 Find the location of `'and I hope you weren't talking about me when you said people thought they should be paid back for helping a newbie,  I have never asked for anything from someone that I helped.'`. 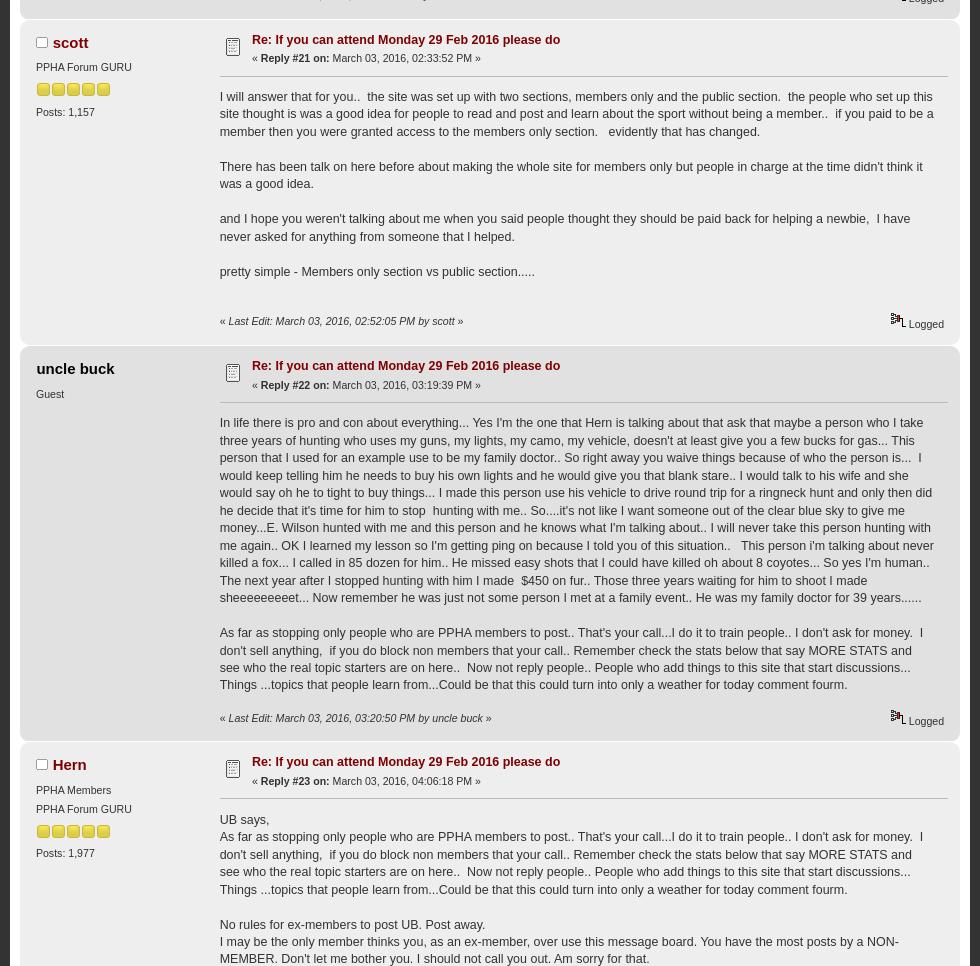

'and I hope you weren't talking about me when you said people thought they should be paid back for helping a newbie,  I have never asked for anything from someone that I helped.' is located at coordinates (564, 226).